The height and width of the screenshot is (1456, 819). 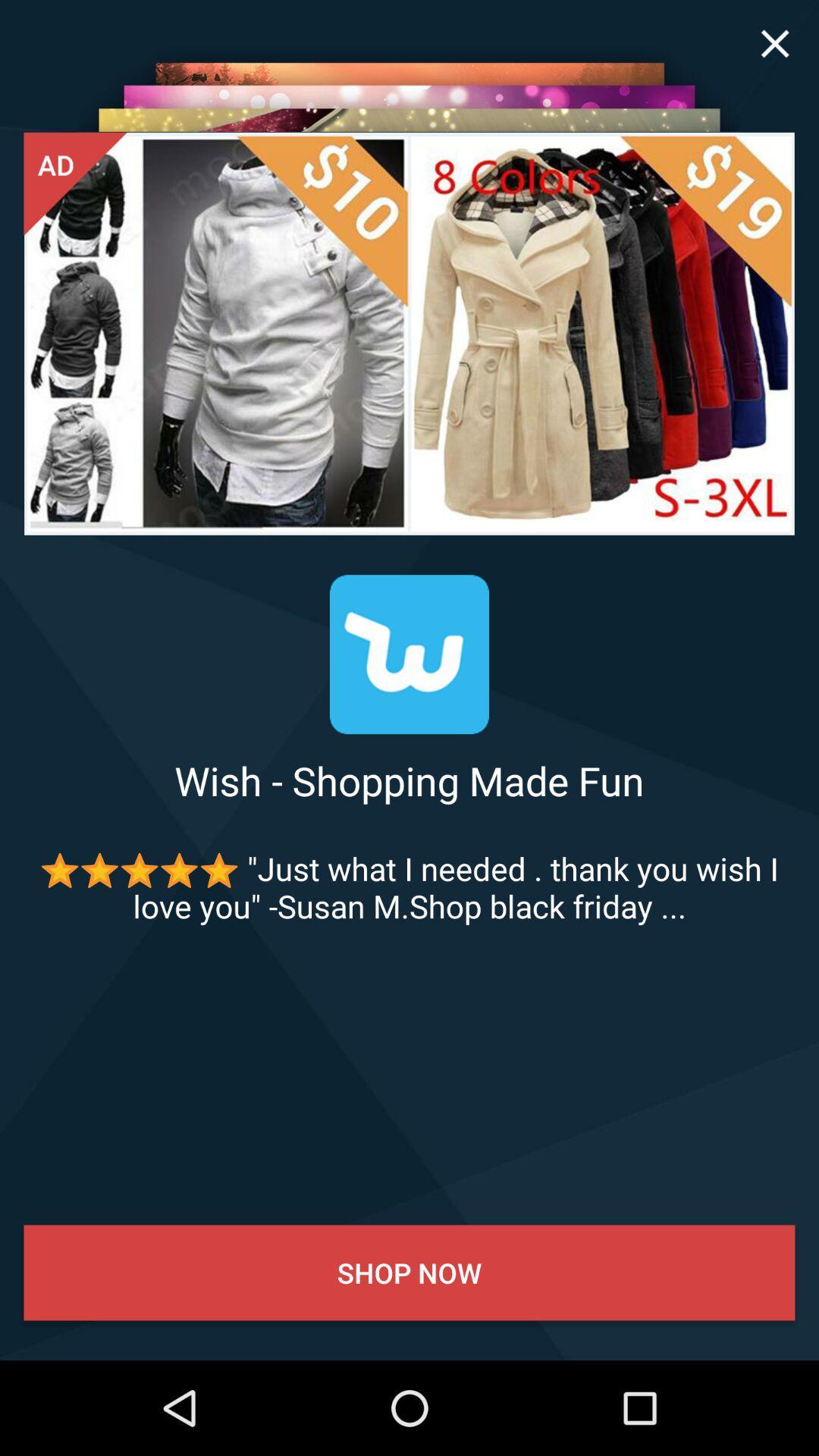 What do you see at coordinates (775, 43) in the screenshot?
I see `the close icon` at bounding box center [775, 43].